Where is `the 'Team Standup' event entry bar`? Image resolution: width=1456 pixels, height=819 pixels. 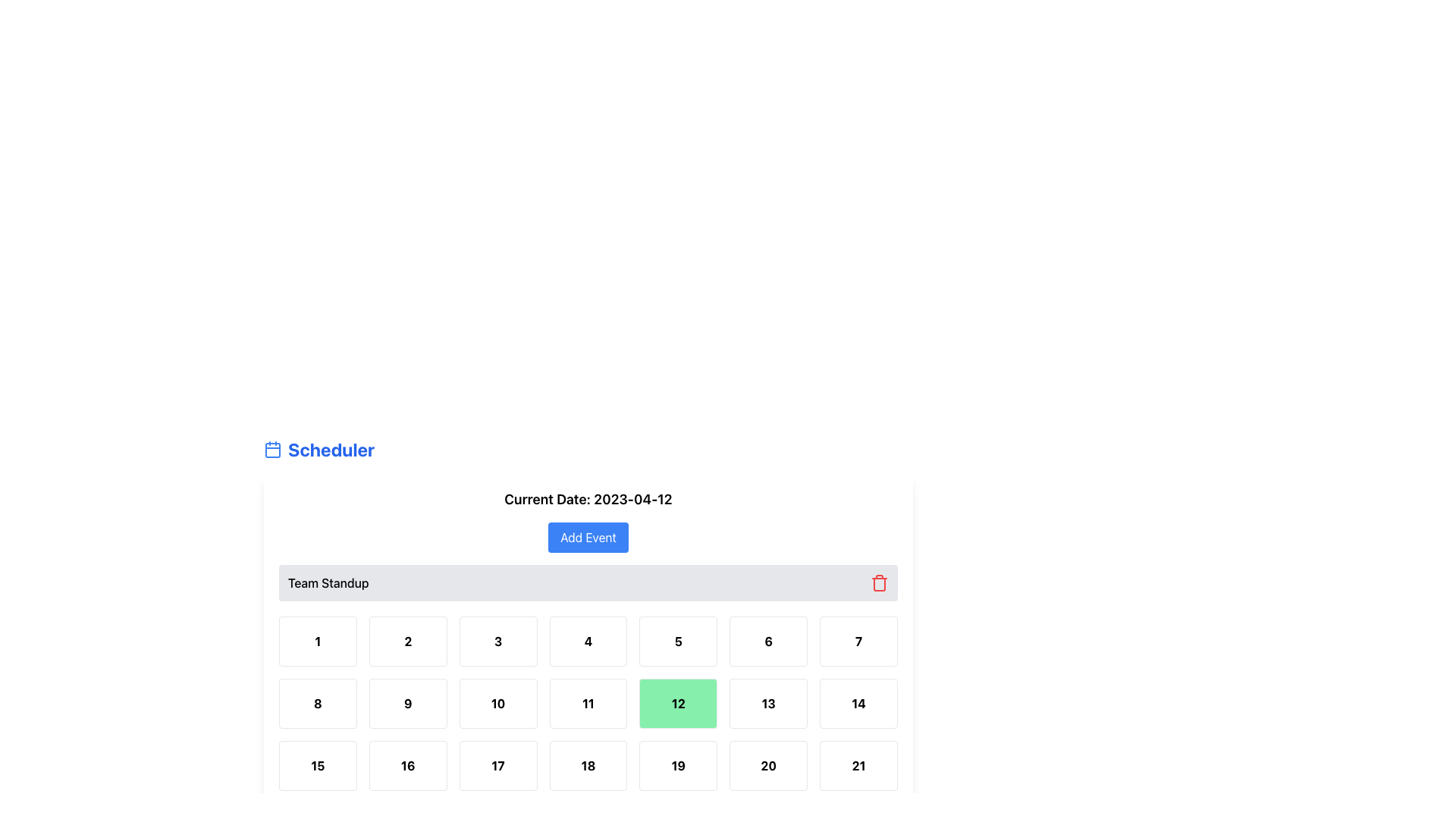 the 'Team Standup' event entry bar is located at coordinates (588, 582).